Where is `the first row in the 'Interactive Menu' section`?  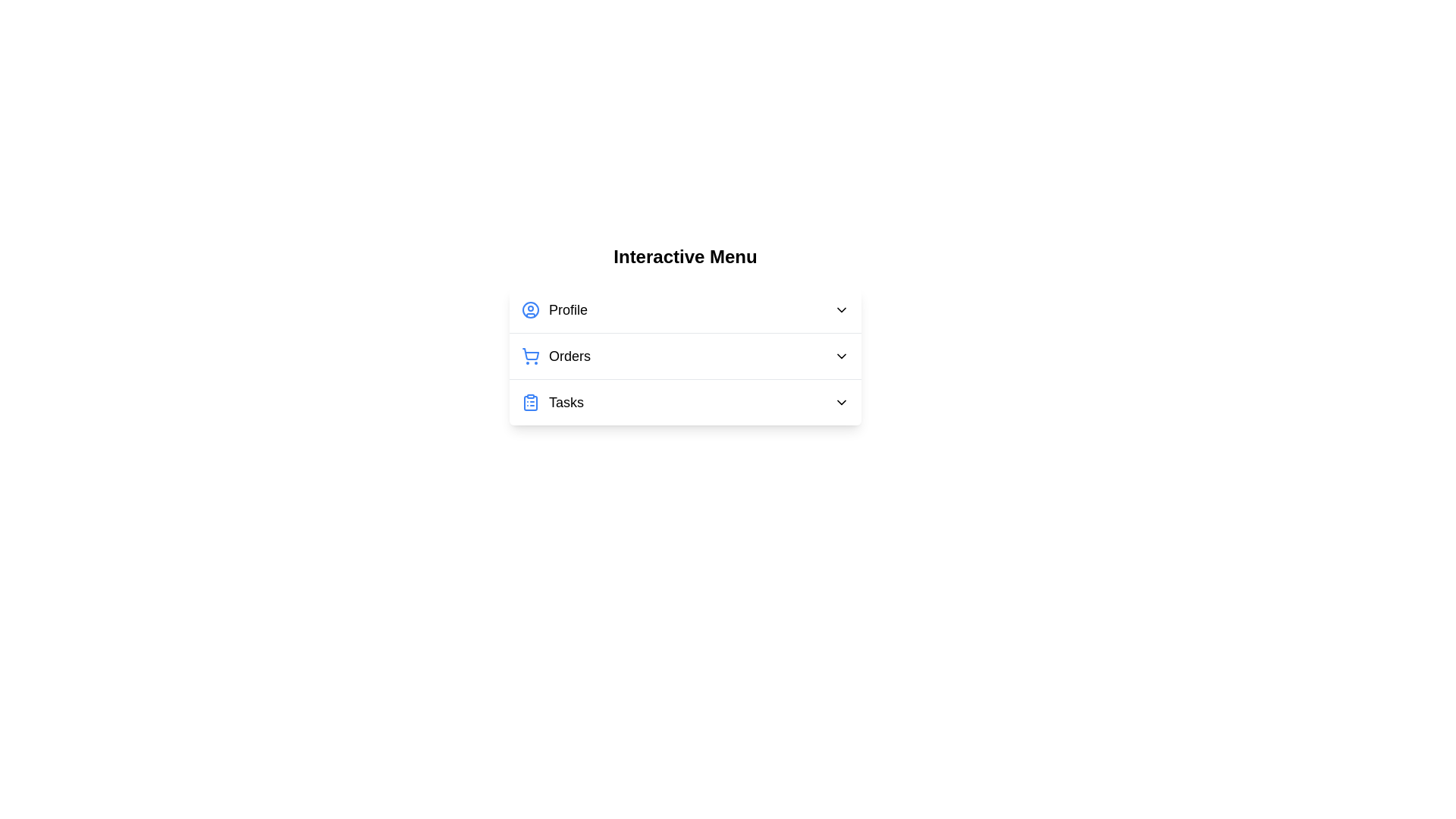 the first row in the 'Interactive Menu' section is located at coordinates (684, 309).